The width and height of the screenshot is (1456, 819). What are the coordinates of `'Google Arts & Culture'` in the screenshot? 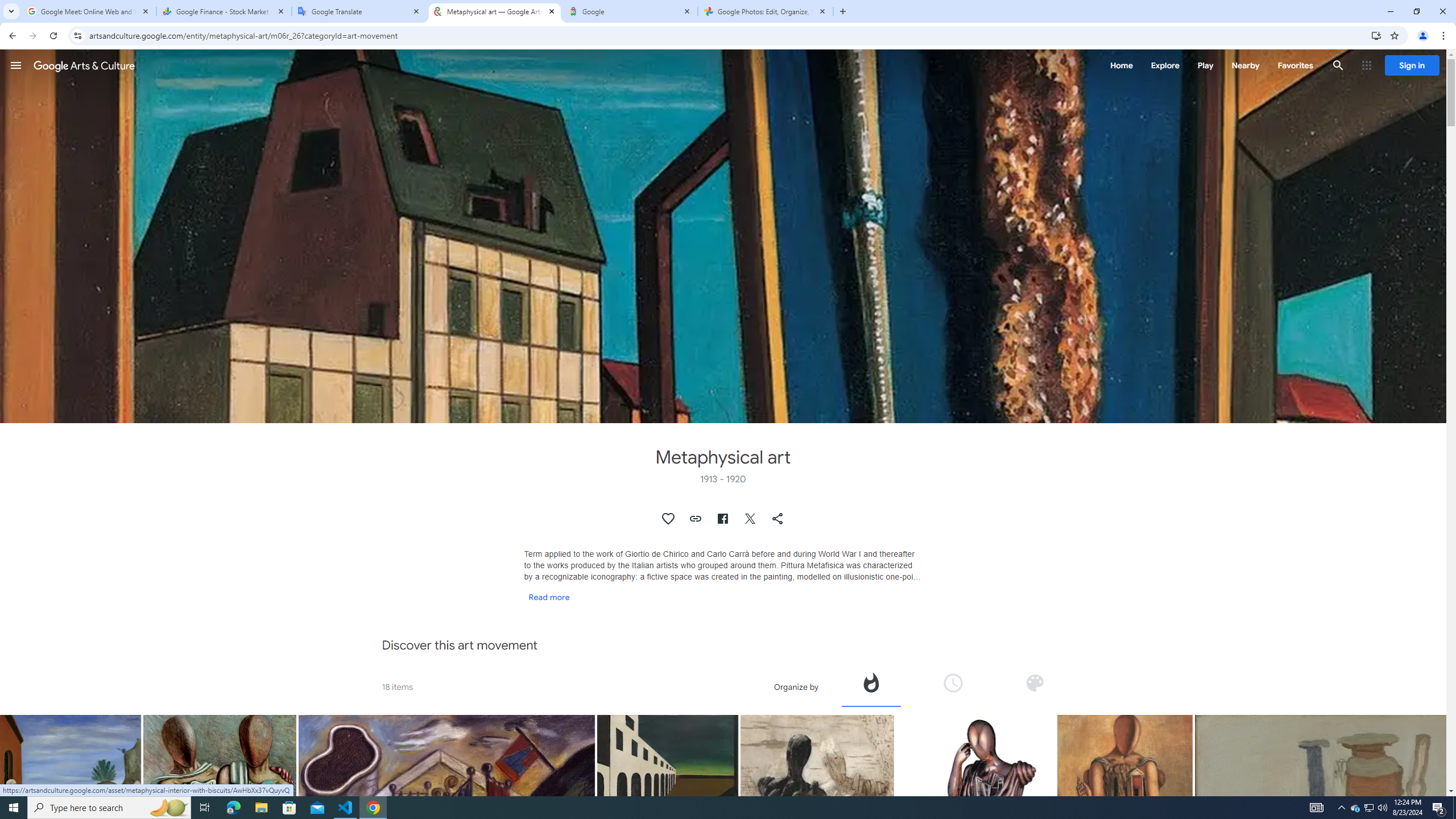 It's located at (84, 65).